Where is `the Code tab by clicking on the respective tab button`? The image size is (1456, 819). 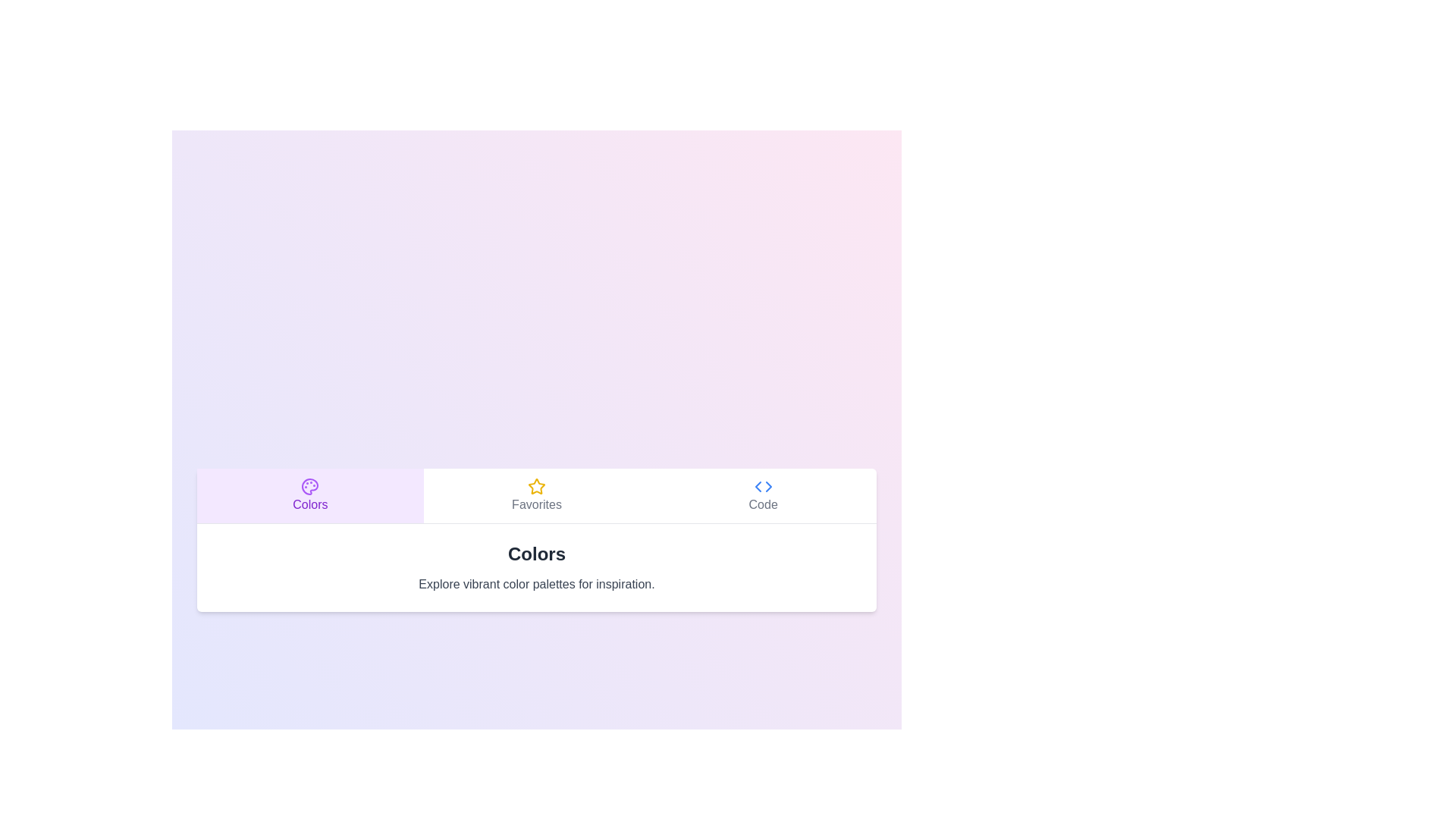 the Code tab by clicking on the respective tab button is located at coordinates (763, 495).